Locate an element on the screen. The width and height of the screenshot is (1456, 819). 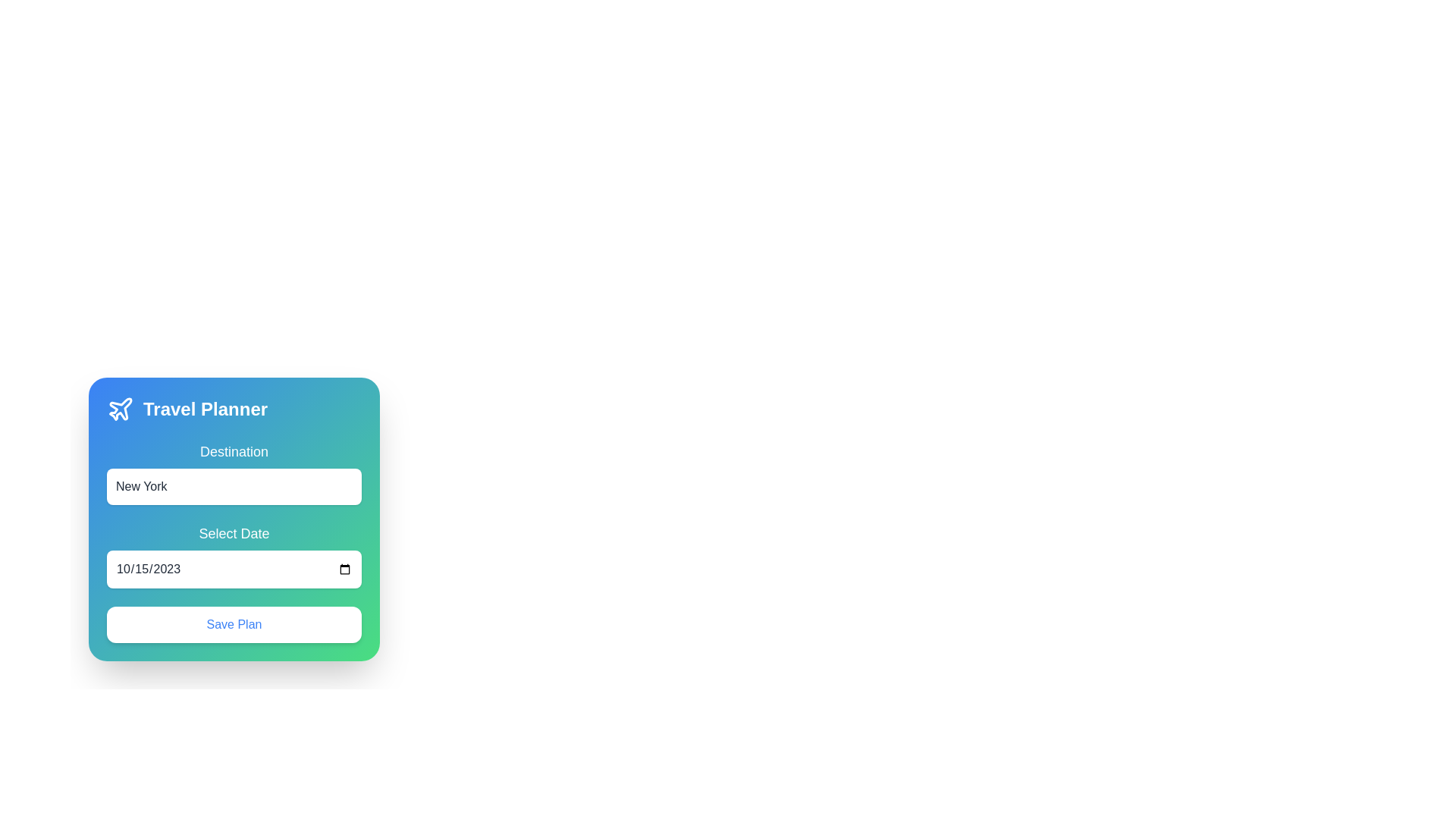
keyboard navigation is located at coordinates (233, 570).